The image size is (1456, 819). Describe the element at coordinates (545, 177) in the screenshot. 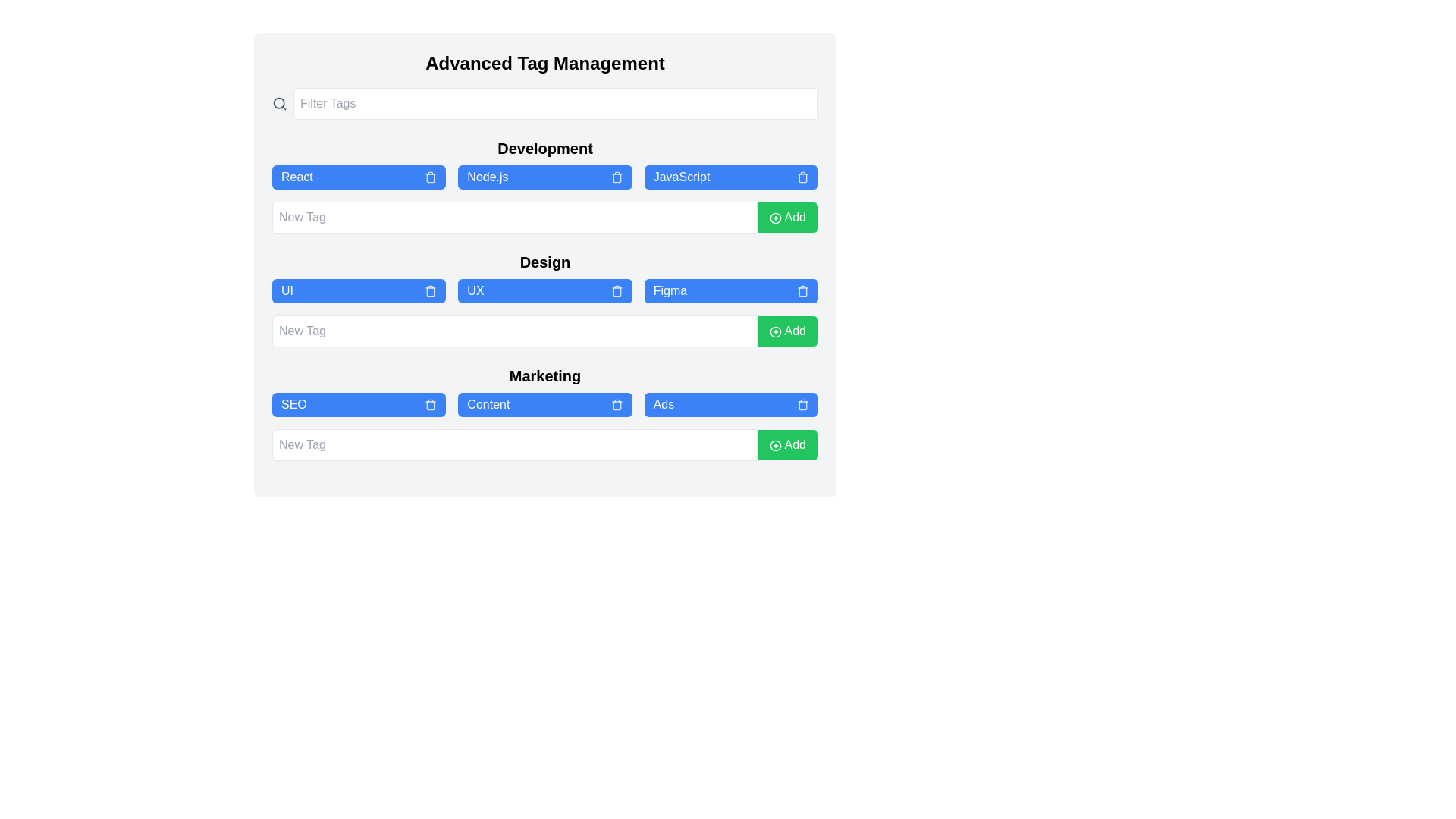

I see `the middle button labeled 'Node.js' in the horizontal row of buttons under 'Development'` at that location.